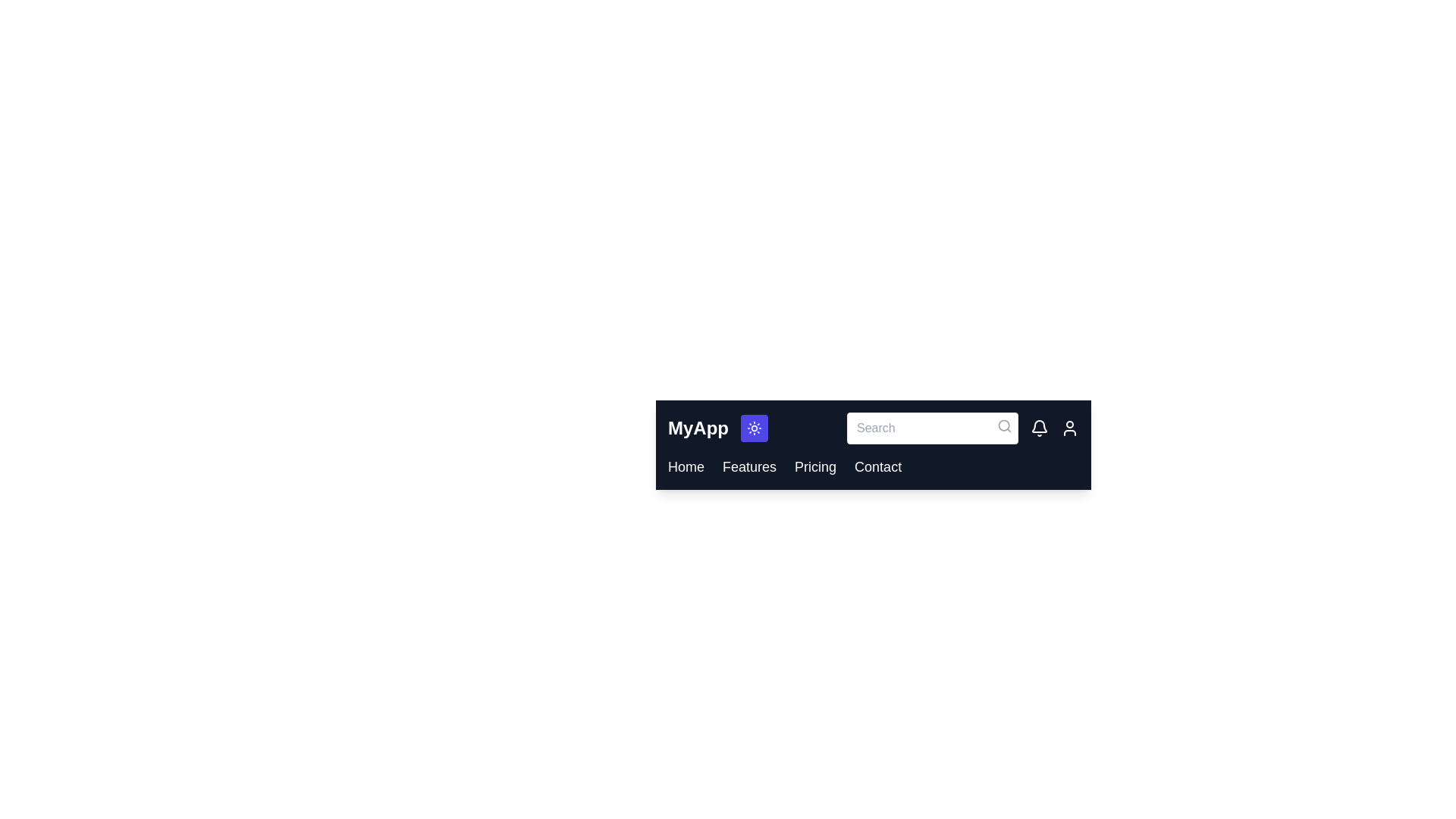  I want to click on the Features link in the navigation bar, so click(749, 466).